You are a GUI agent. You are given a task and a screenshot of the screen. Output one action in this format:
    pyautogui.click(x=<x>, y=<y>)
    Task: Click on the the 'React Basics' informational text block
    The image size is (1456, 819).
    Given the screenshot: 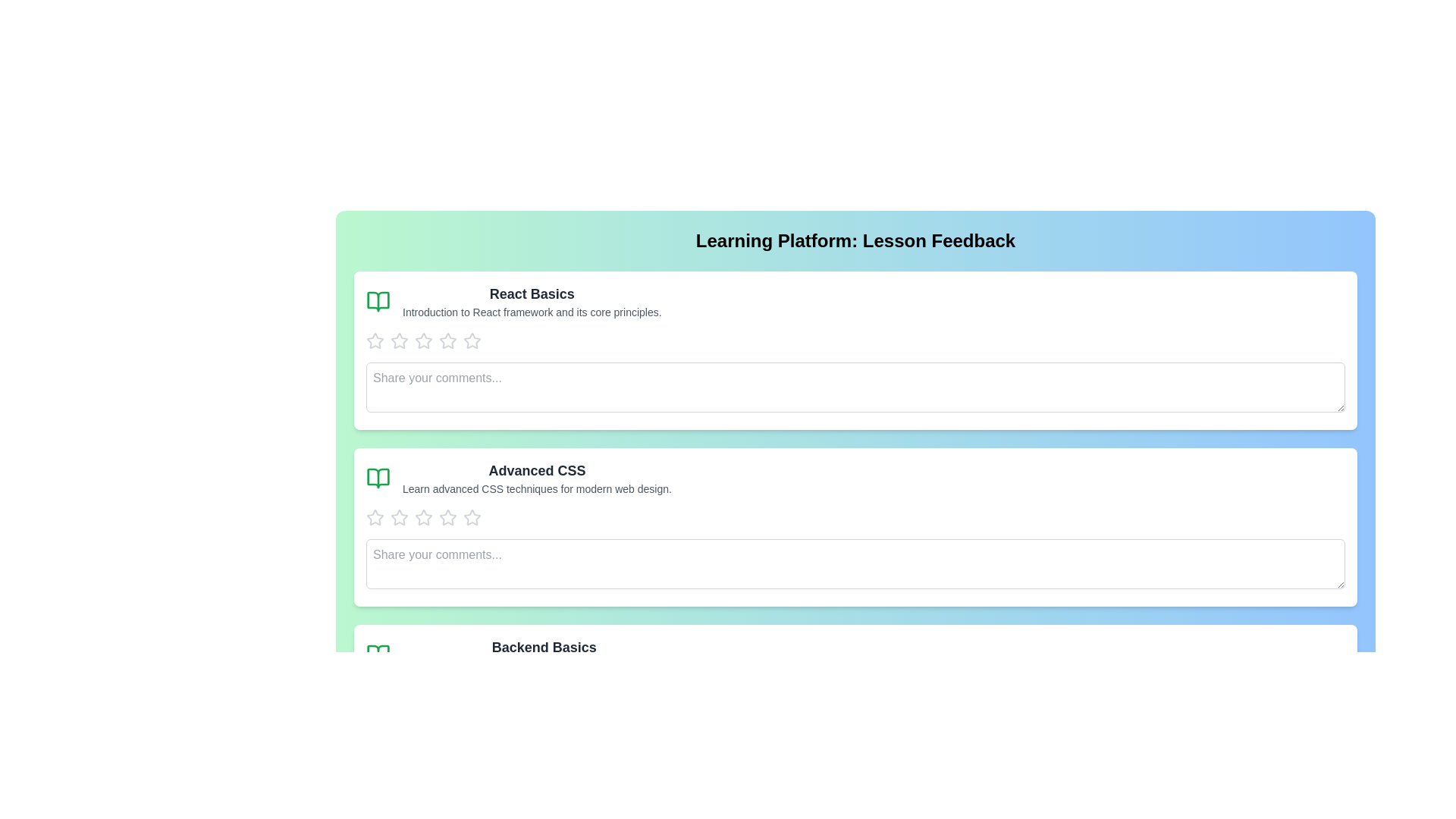 What is the action you would take?
    pyautogui.click(x=532, y=301)
    